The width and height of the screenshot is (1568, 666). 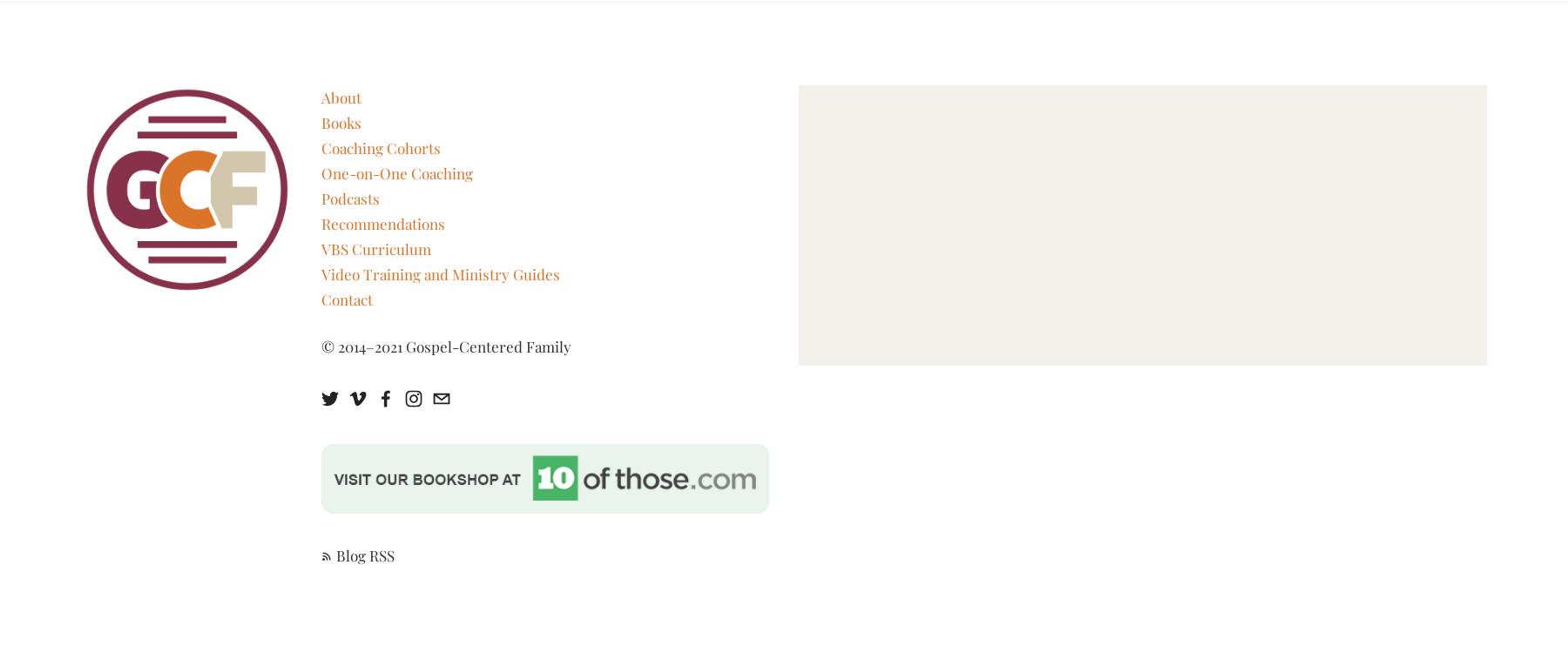 What do you see at coordinates (349, 197) in the screenshot?
I see `'Podcasts'` at bounding box center [349, 197].